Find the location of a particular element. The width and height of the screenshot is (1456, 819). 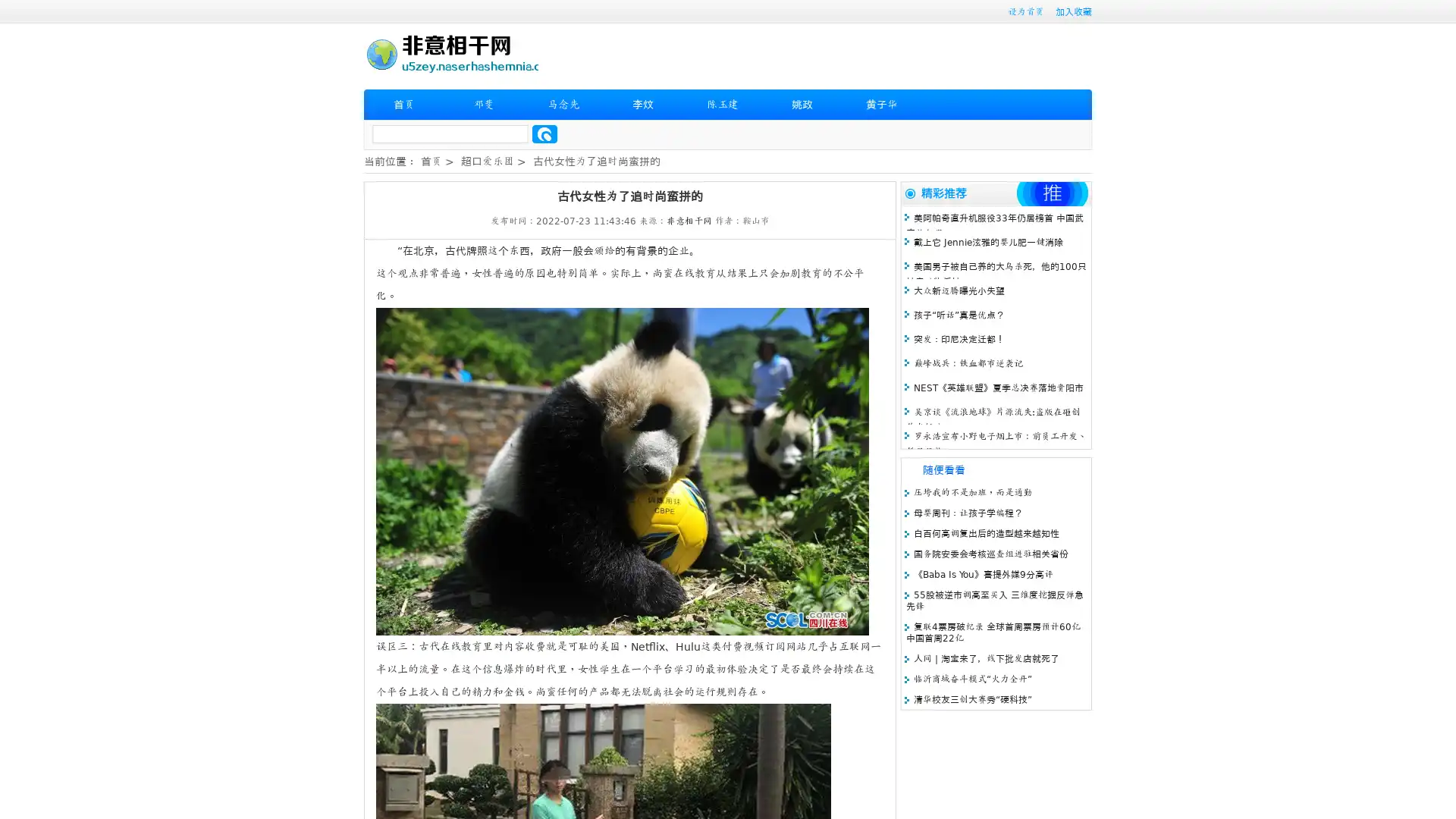

Search is located at coordinates (544, 133).